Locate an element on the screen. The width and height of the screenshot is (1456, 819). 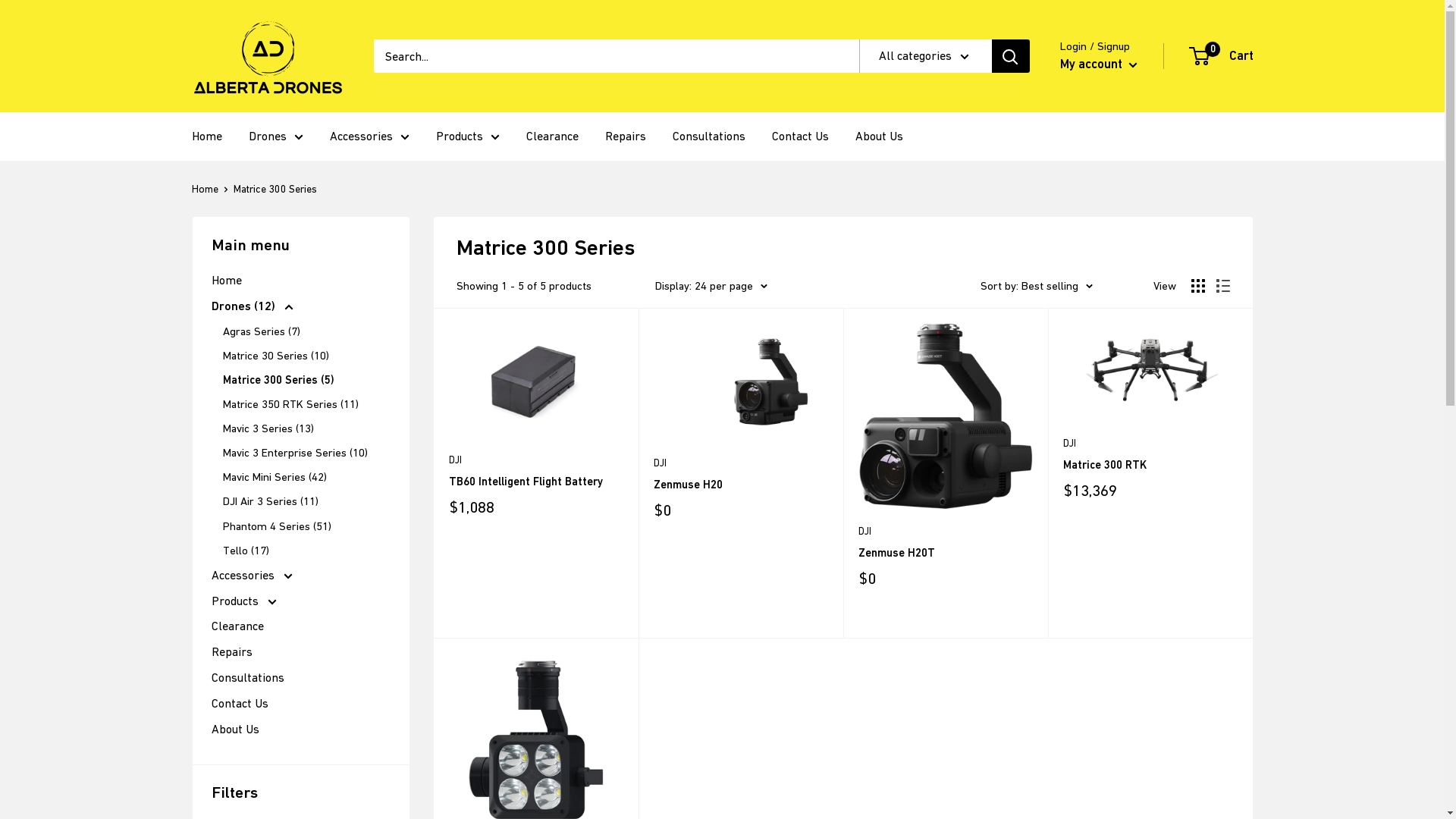
'DJI Air 3 Series (11)' is located at coordinates (221, 500).